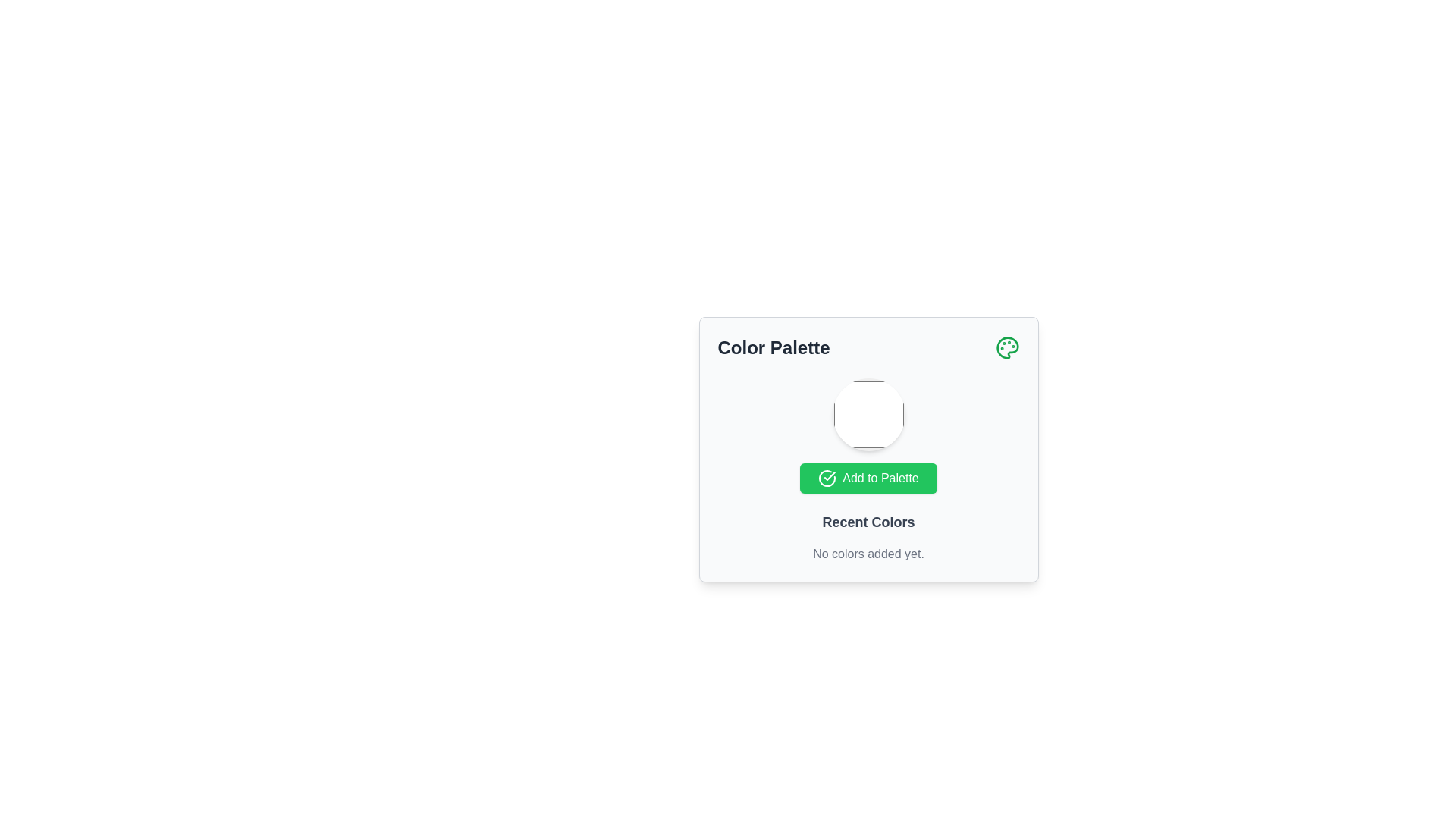 The image size is (1456, 819). Describe the element at coordinates (868, 554) in the screenshot. I see `the Text Label that displays 'No colors added yet.' which is styled with a gray font and located below the 'Recent Colors' title within a grid layout` at that location.